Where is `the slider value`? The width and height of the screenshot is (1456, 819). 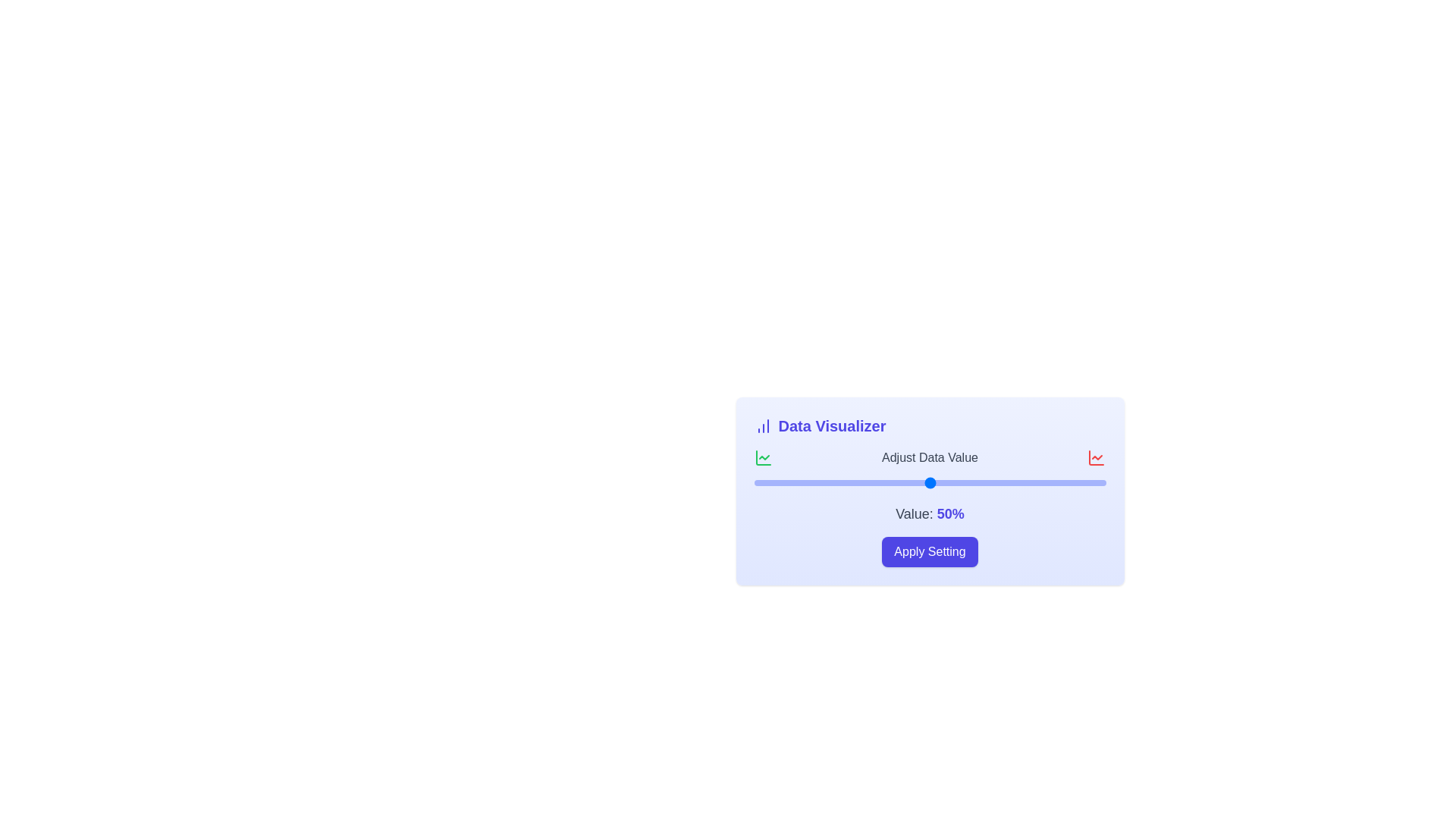 the slider value is located at coordinates (922, 482).